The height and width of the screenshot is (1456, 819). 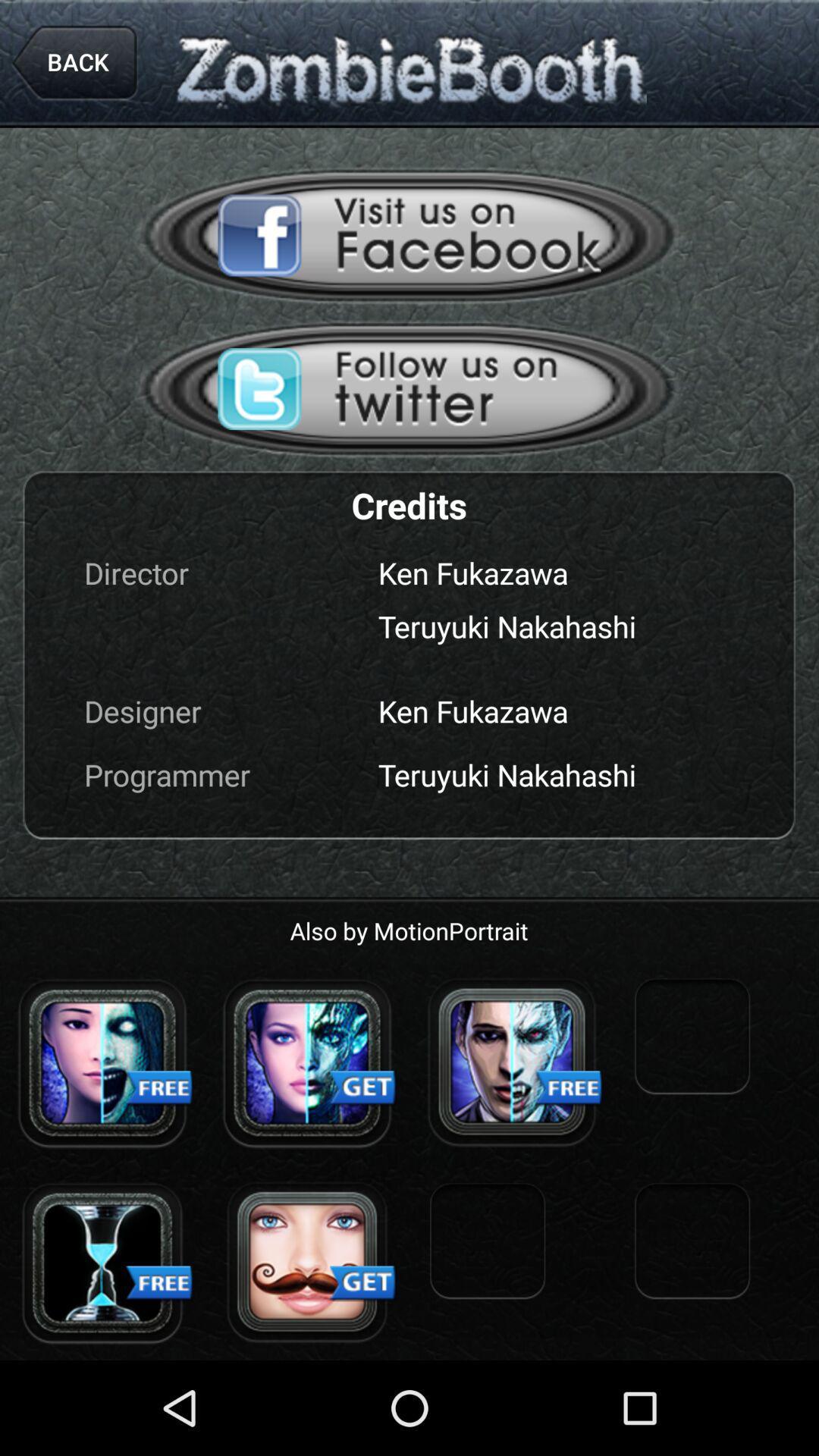 I want to click on choose avatar, so click(x=307, y=1062).